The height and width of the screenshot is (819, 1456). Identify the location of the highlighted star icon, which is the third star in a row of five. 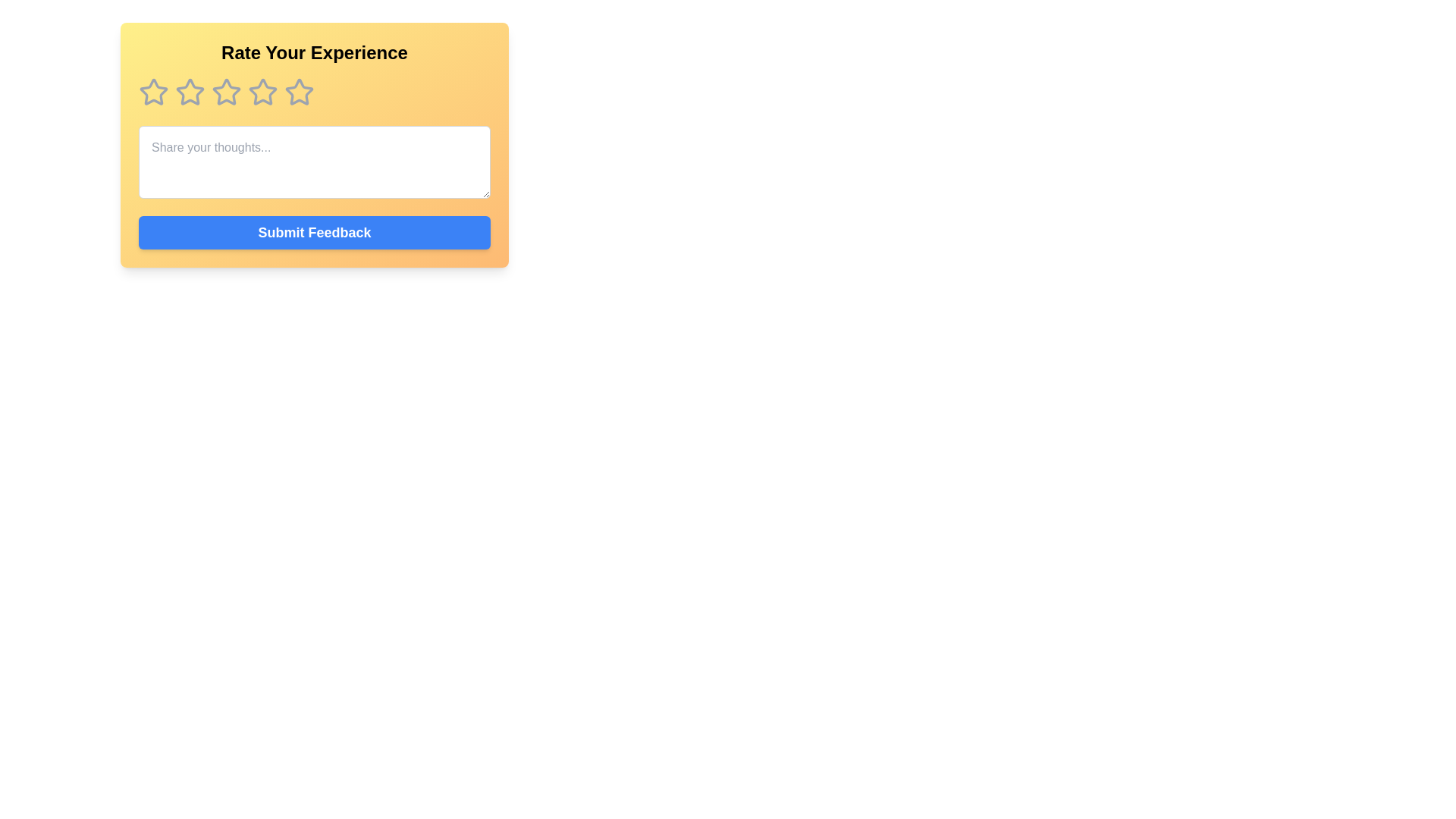
(262, 91).